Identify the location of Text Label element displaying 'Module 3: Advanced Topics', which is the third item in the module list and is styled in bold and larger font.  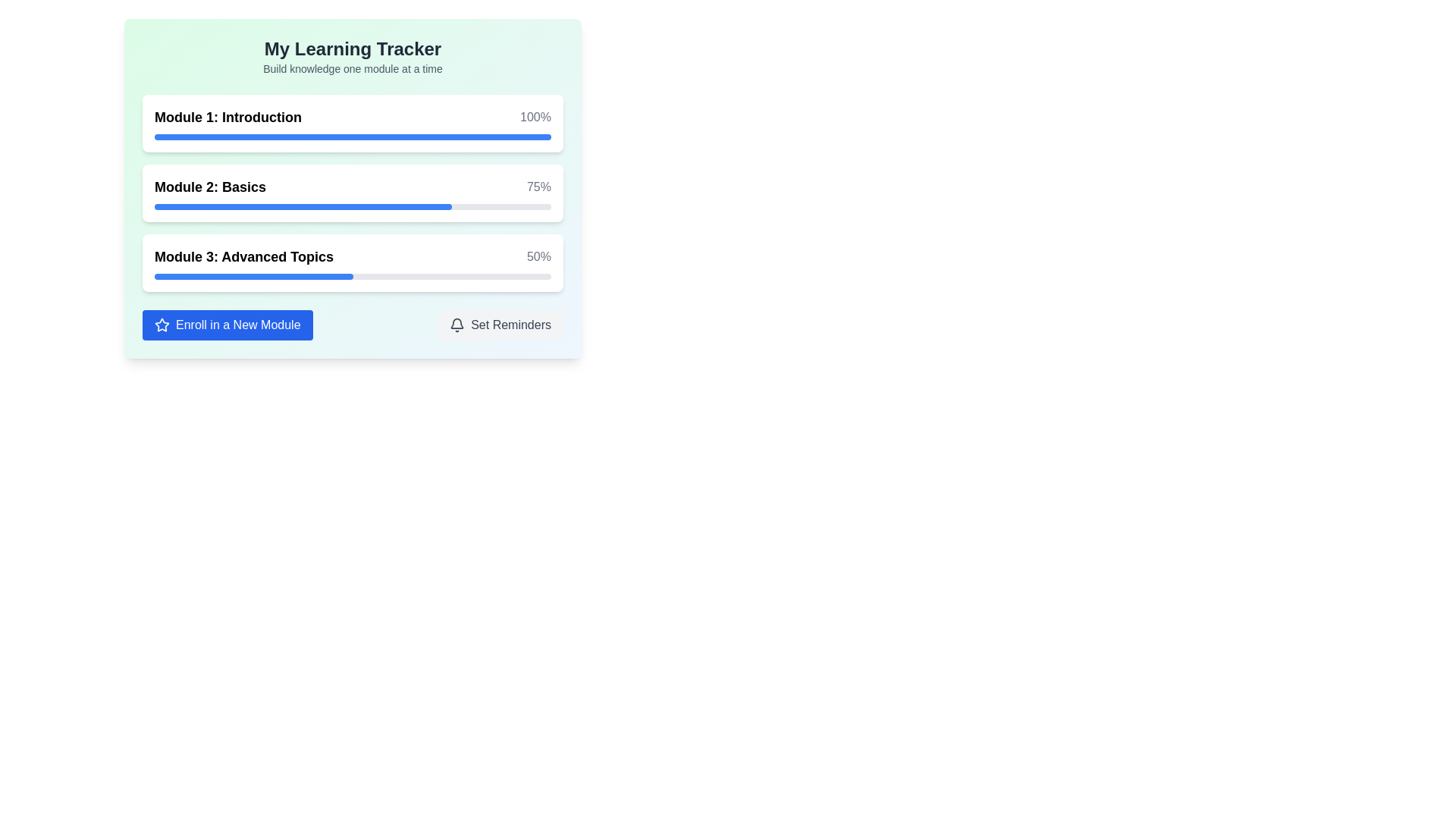
(243, 256).